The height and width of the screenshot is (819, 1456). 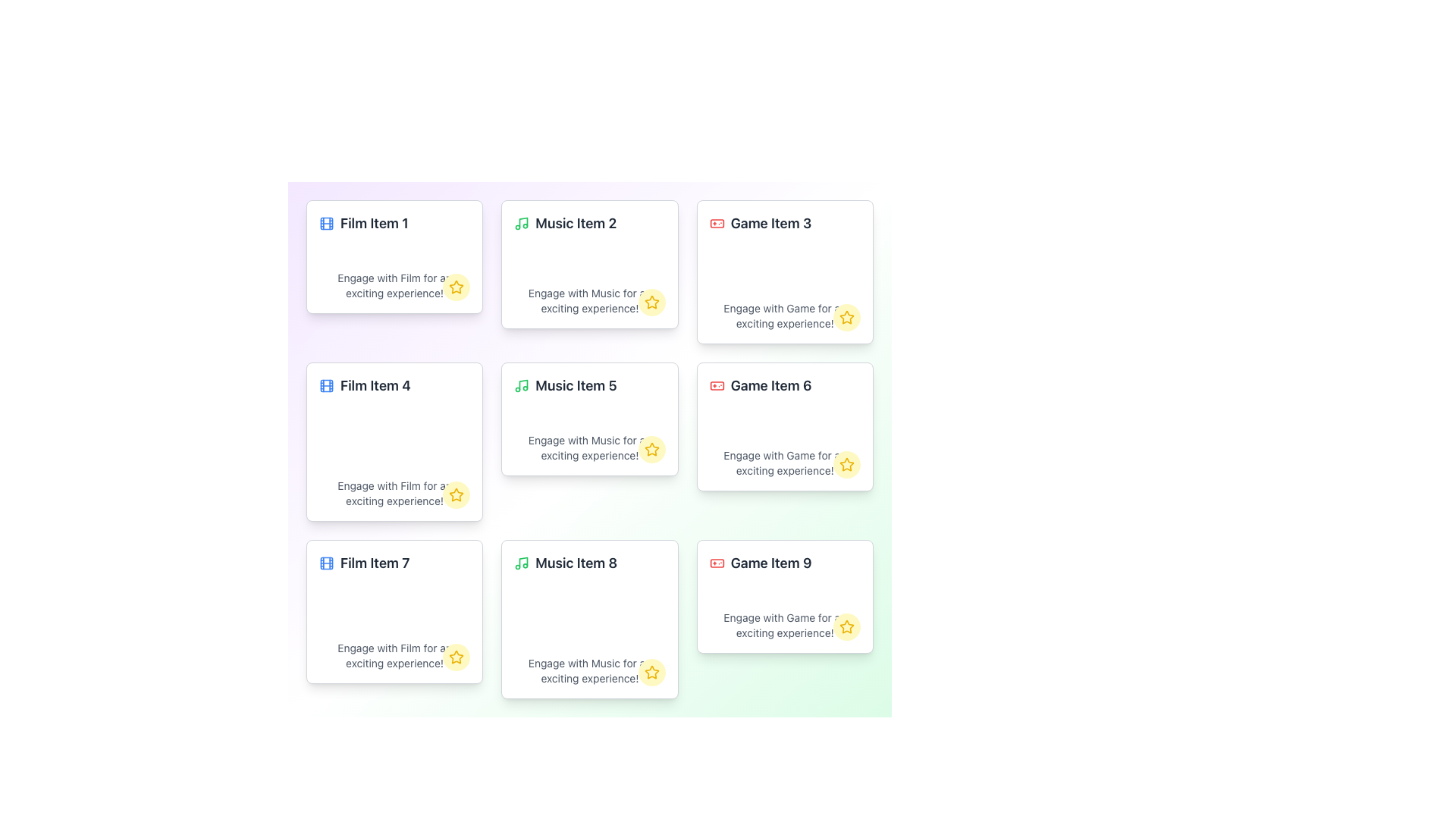 I want to click on text content of the title for the first card located at the top-left corner of the grid layout, immediately following the blue film strip icon, so click(x=374, y=223).